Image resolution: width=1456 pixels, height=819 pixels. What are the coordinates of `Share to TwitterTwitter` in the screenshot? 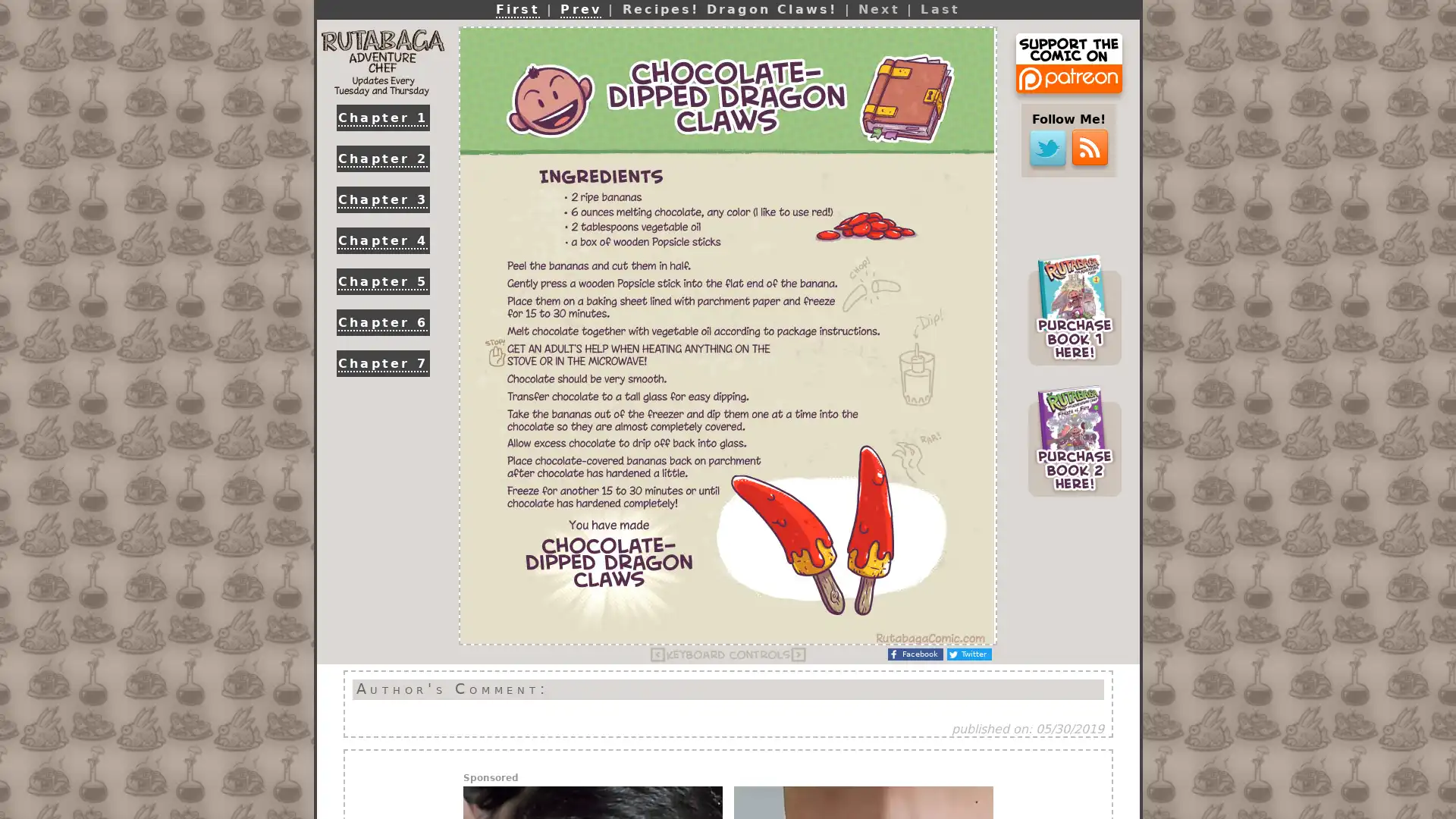 It's located at (968, 654).